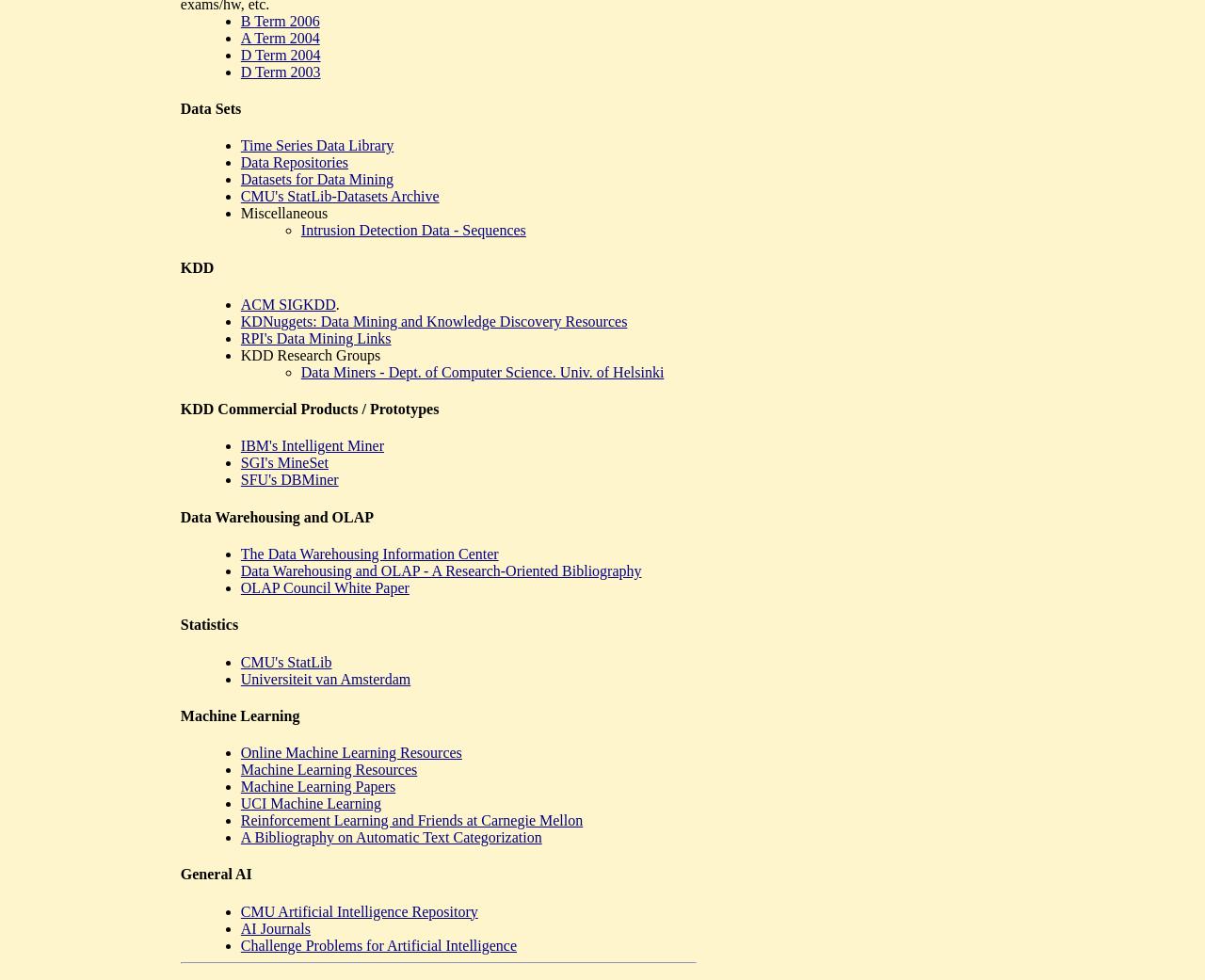 This screenshot has width=1205, height=980. I want to click on 'Intrusion Detection Data - Sequences', so click(411, 229).